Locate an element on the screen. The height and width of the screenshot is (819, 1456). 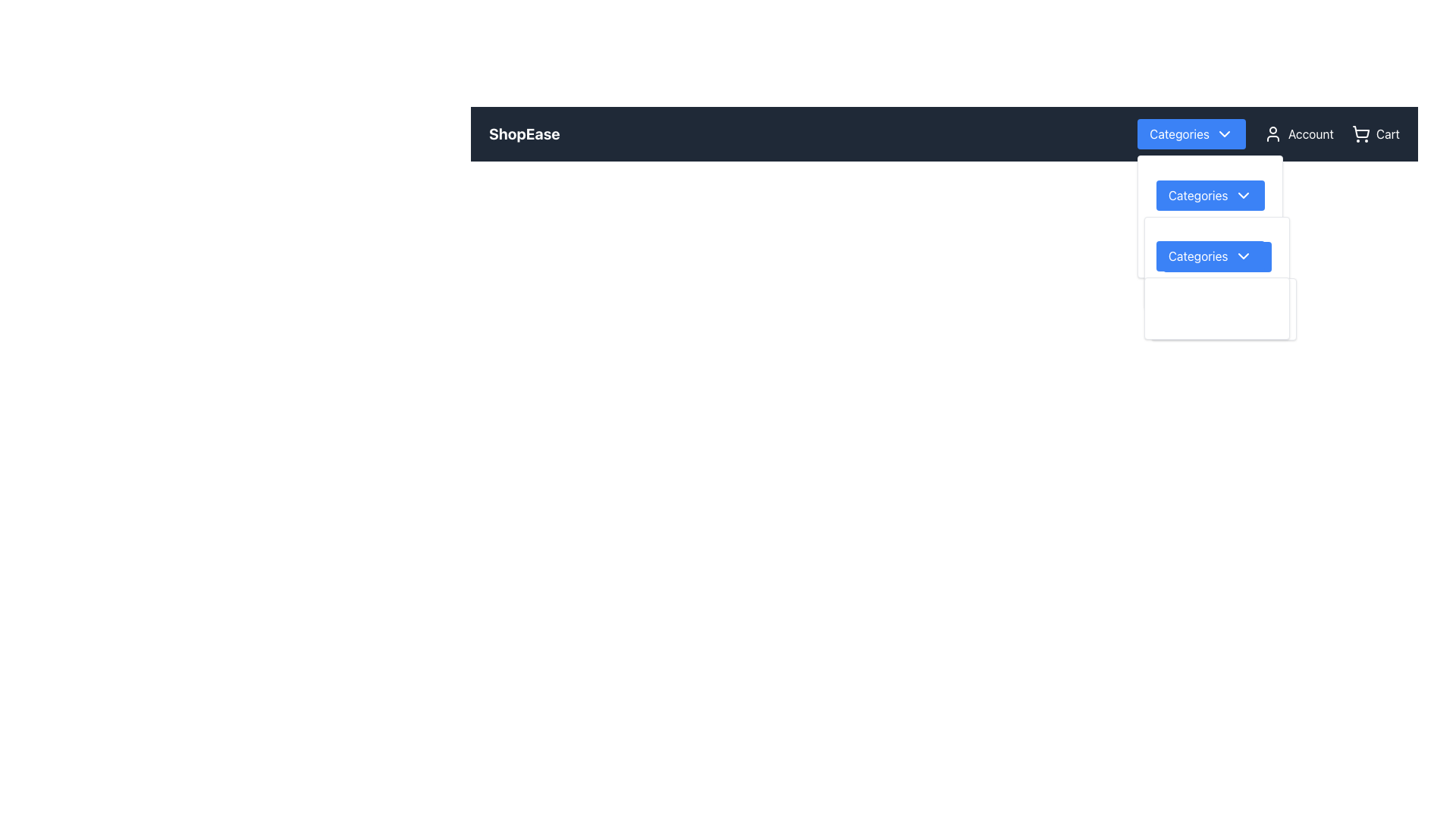
the downward-pointing chevron icon adjacent to the 'Categories' text is located at coordinates (1224, 133).